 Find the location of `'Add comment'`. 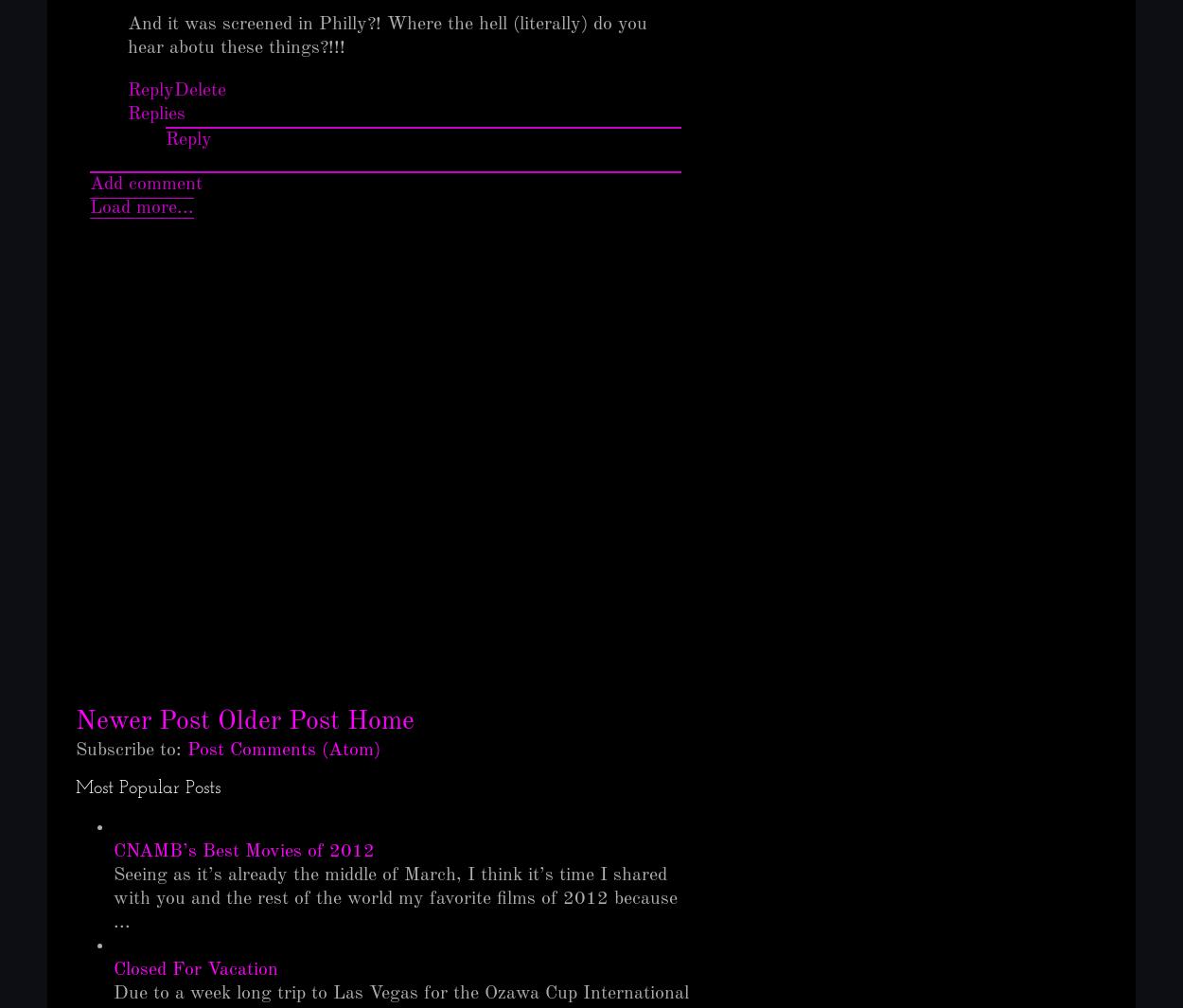

'Add comment' is located at coordinates (146, 184).